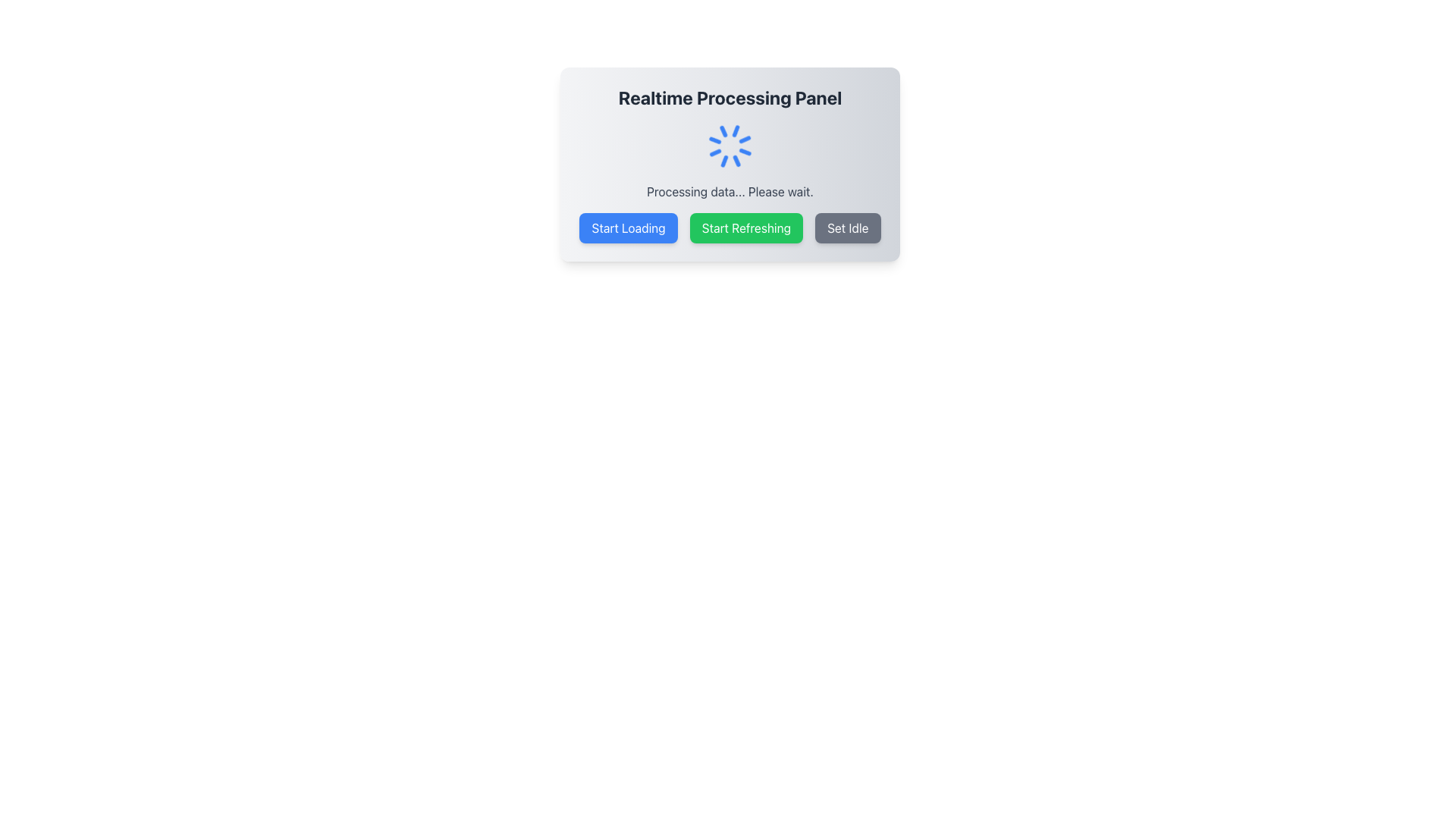 The image size is (1456, 819). I want to click on the idle button, which is the rightmost button in a horizontal group of three buttons located below the 'Processing data... Please wait.' text, so click(847, 227).